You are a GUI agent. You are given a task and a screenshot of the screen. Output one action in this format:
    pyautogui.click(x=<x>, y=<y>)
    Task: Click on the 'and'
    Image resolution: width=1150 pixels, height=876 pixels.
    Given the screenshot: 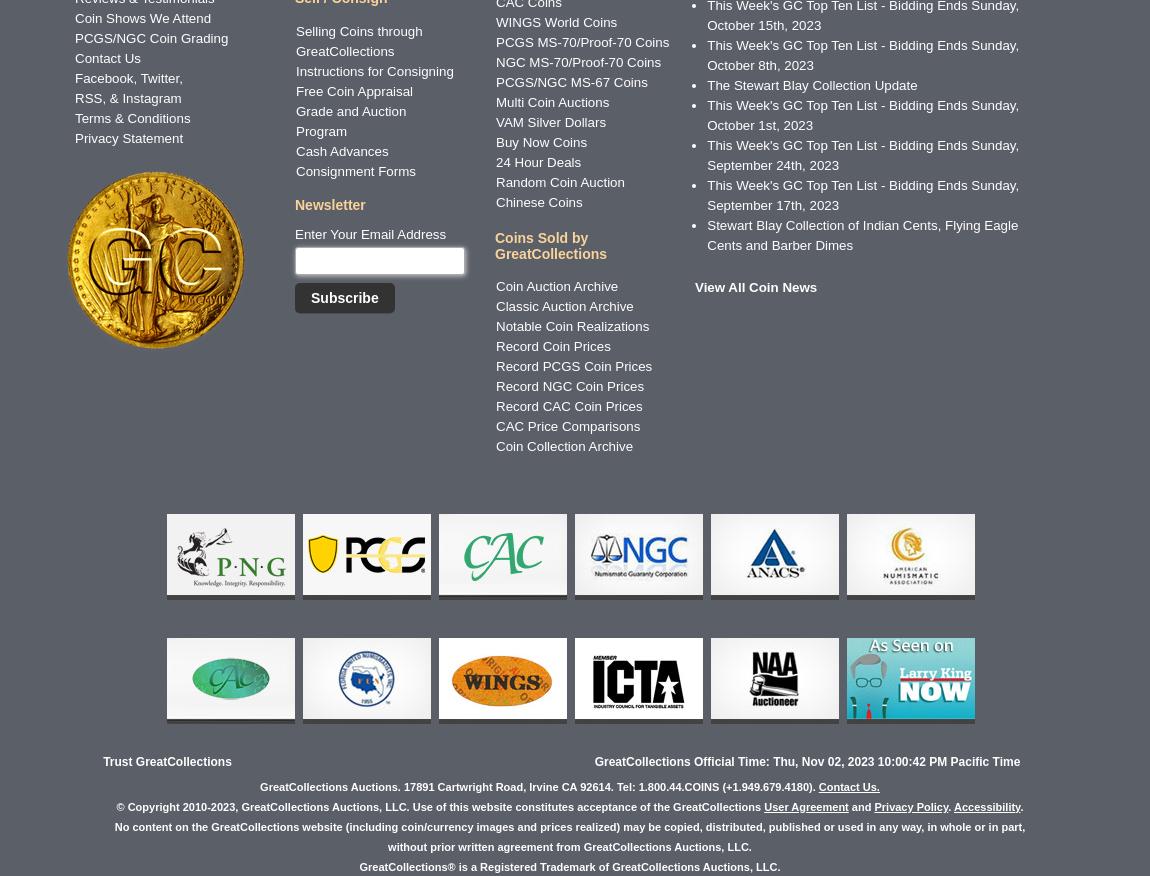 What is the action you would take?
    pyautogui.click(x=847, y=805)
    